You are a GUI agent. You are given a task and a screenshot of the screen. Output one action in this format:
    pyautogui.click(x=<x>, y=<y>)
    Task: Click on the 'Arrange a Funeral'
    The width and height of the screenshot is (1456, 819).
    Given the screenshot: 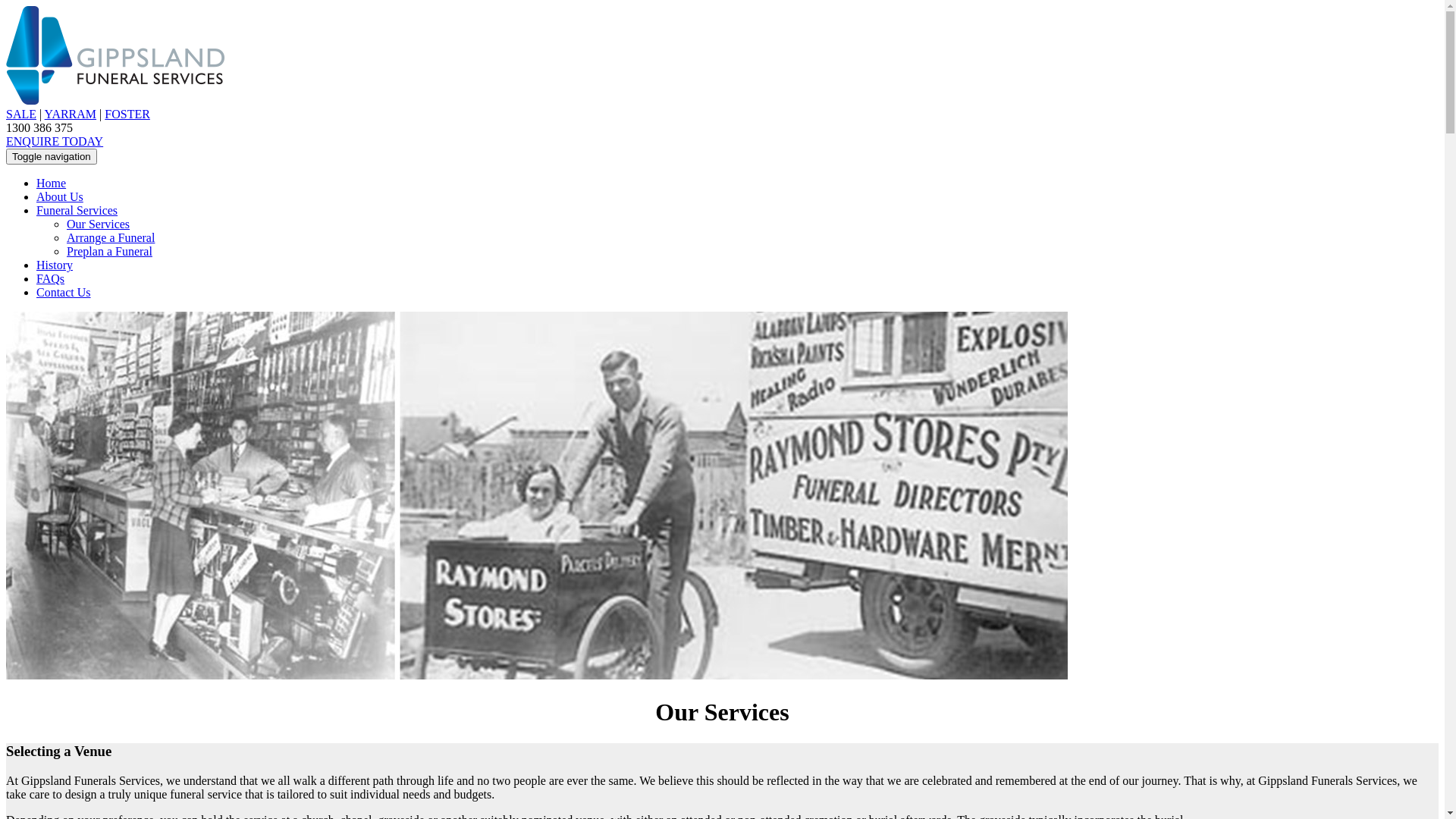 What is the action you would take?
    pyautogui.click(x=109, y=237)
    